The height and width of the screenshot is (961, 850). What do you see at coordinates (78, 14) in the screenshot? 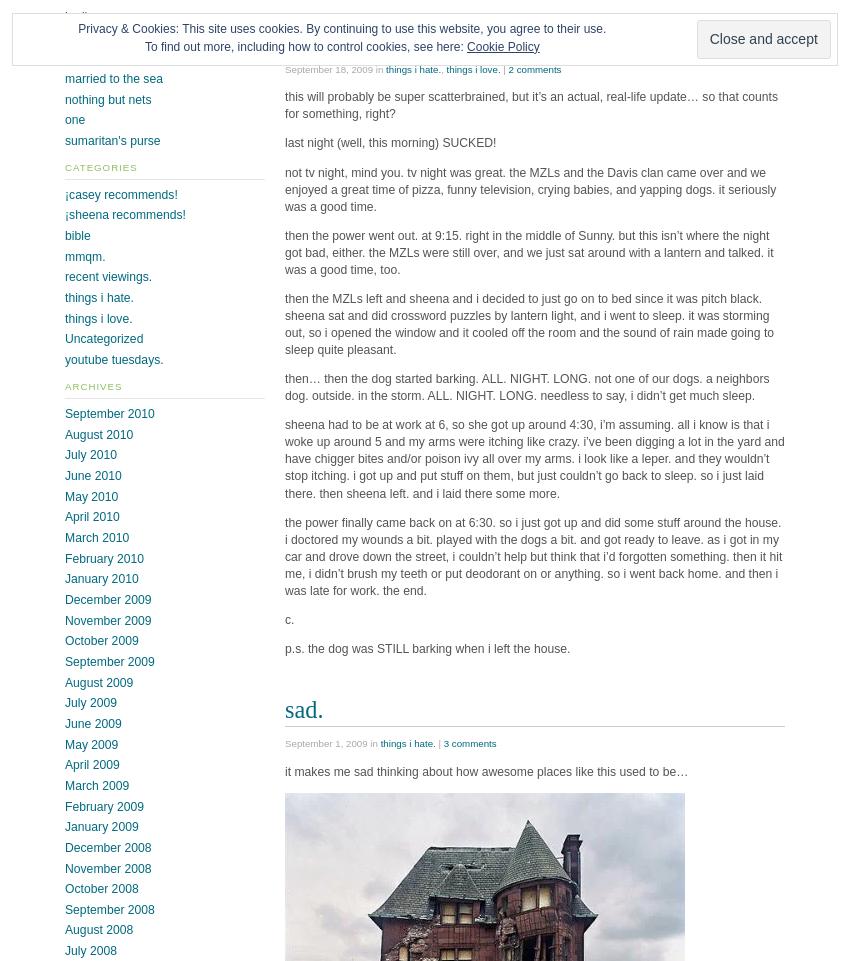
I see `'imdb'` at bounding box center [78, 14].